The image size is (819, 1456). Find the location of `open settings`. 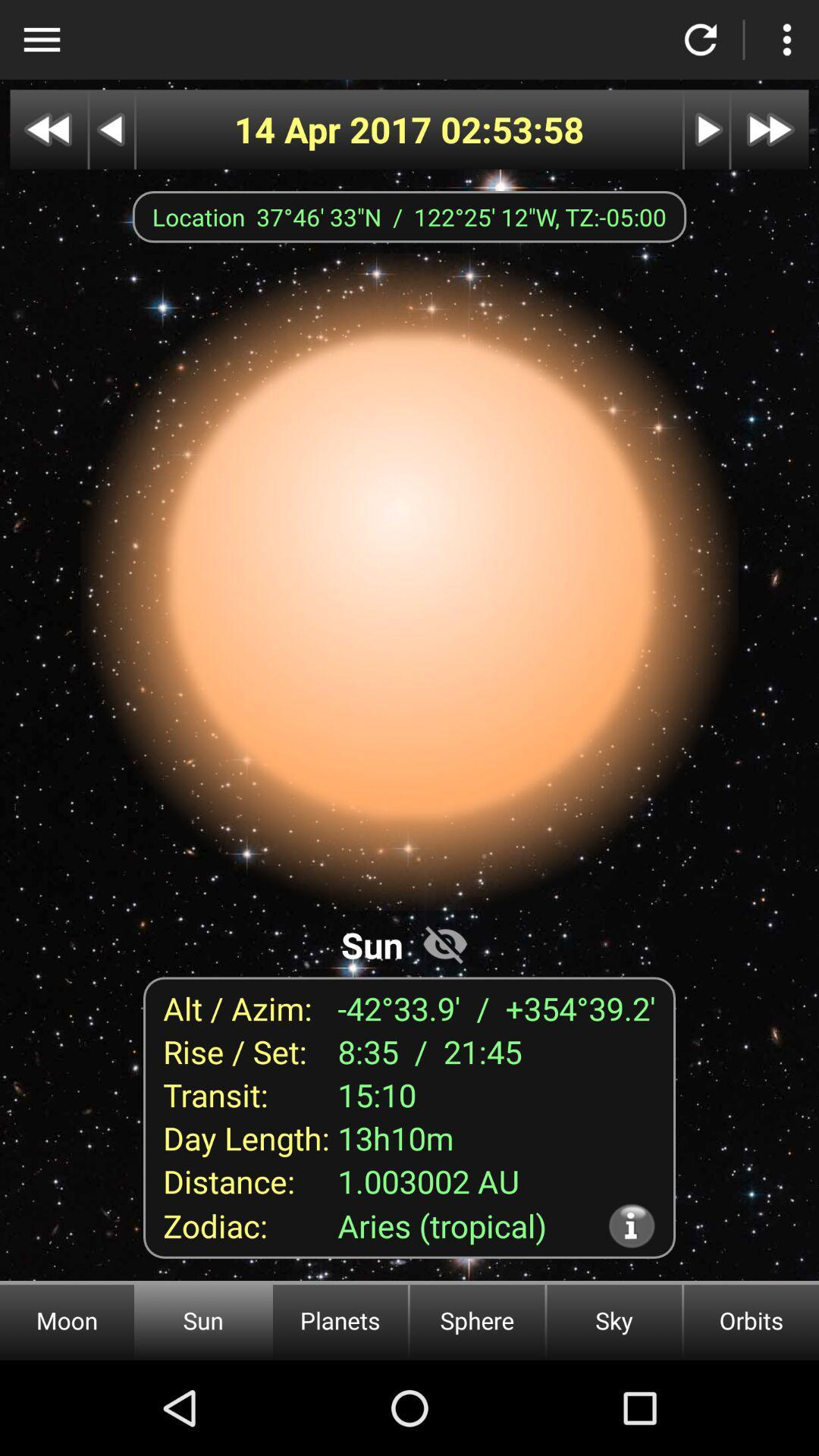

open settings is located at coordinates (786, 39).